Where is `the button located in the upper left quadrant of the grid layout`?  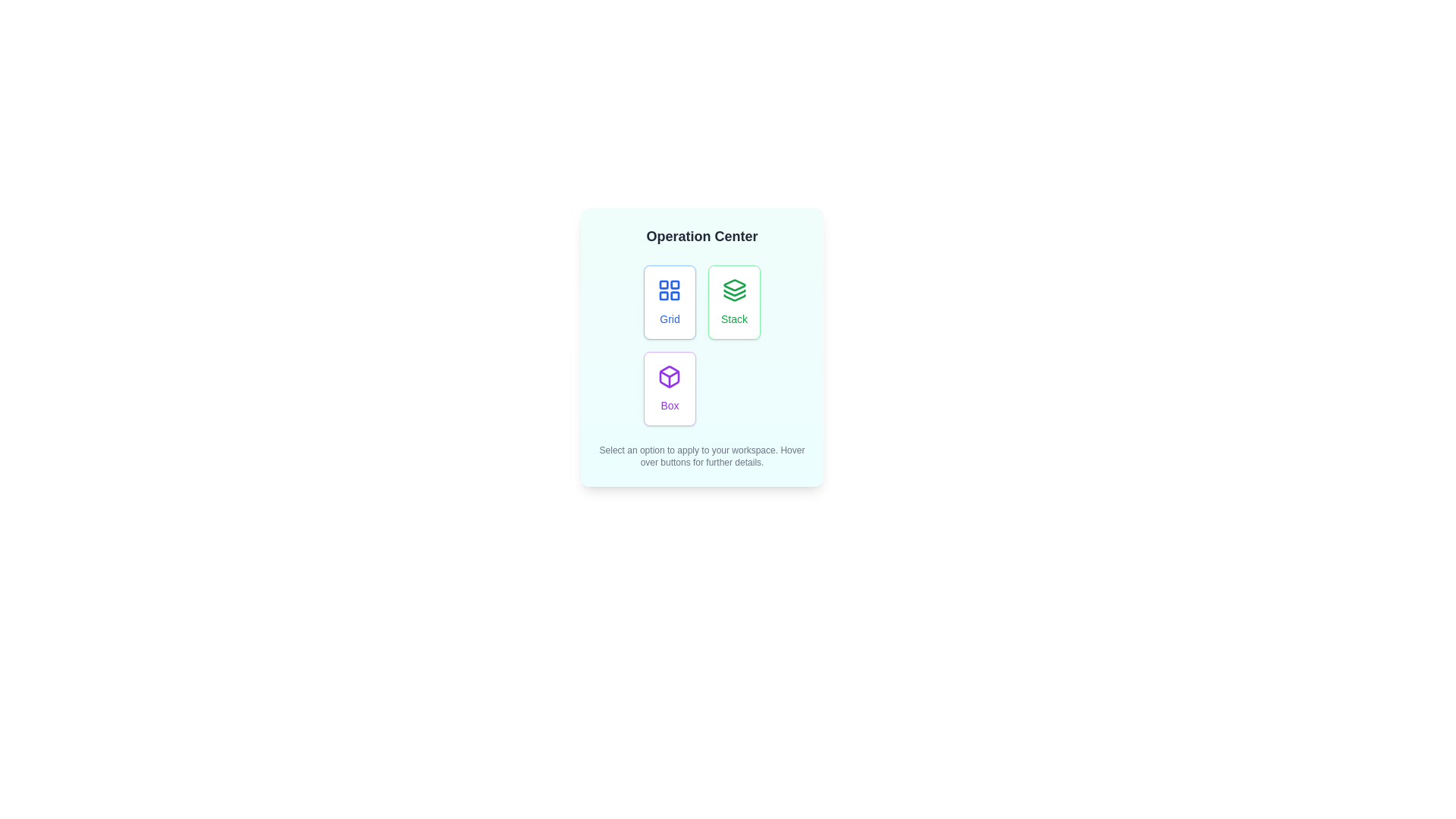
the button located in the upper left quadrant of the grid layout is located at coordinates (669, 302).